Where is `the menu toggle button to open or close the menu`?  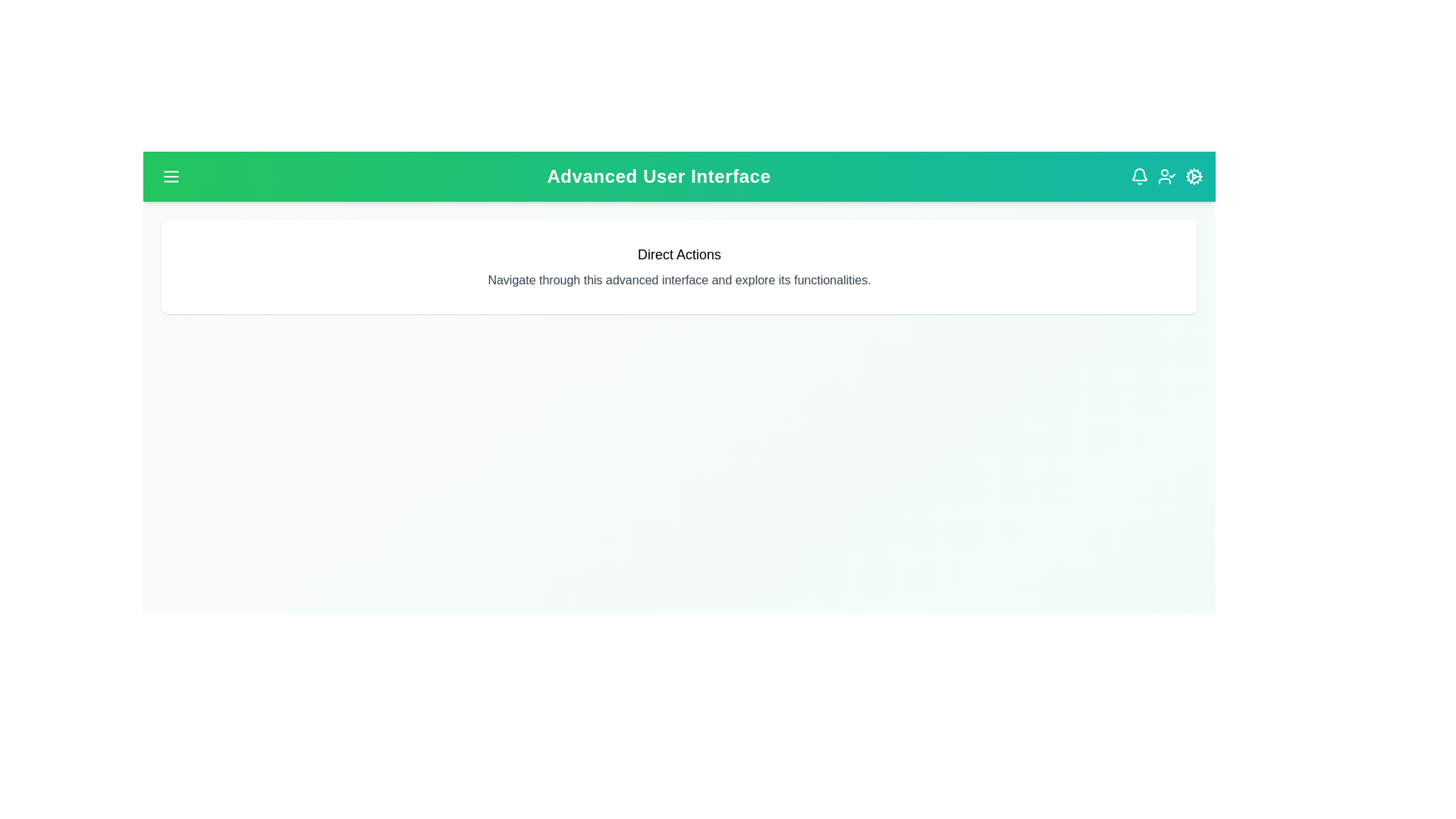
the menu toggle button to open or close the menu is located at coordinates (171, 175).